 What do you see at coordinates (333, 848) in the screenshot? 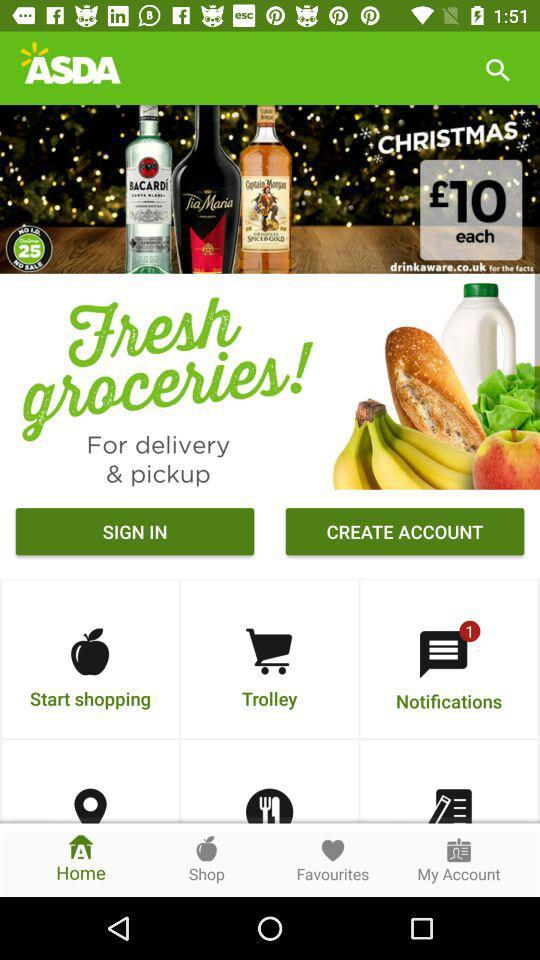
I see `the heart icon at the bottom` at bounding box center [333, 848].